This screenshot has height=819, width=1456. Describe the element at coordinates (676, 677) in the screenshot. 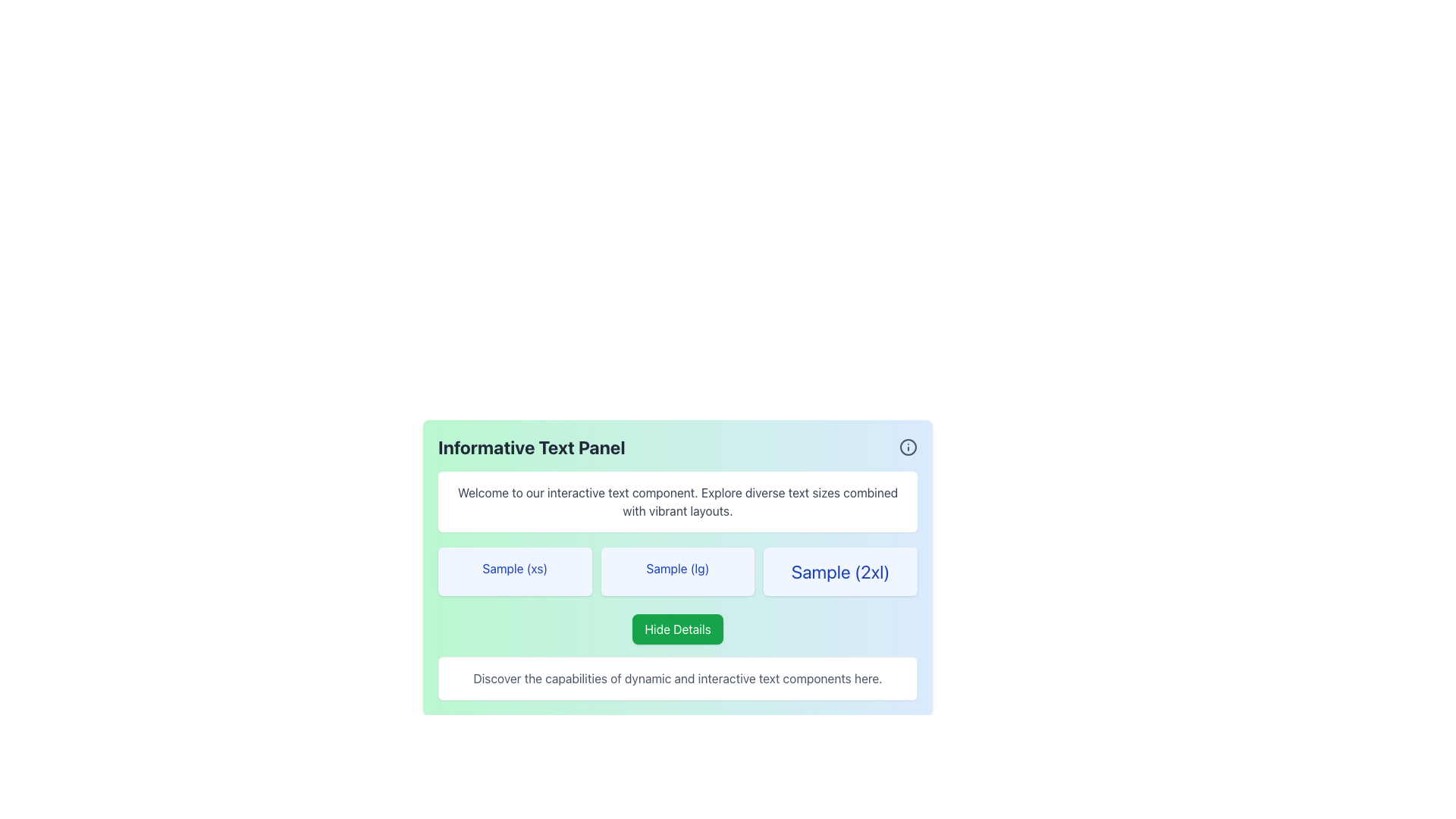

I see `the text box displaying 'Discover the capabilities of dynamic and interactive text components here.' which is located at the bottom of the 'Informative Text Panel'` at that location.